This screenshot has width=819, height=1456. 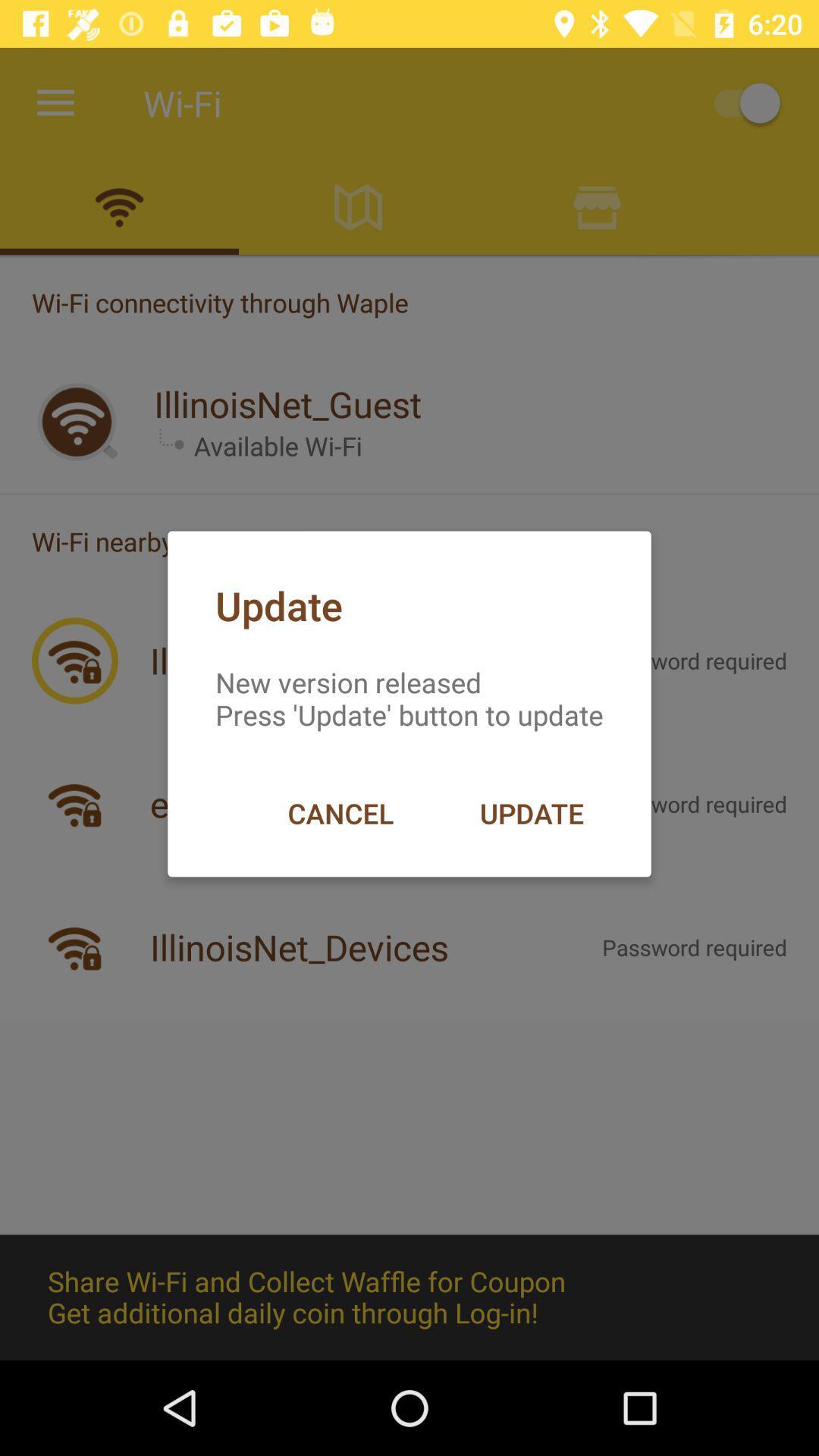 What do you see at coordinates (340, 812) in the screenshot?
I see `cancel` at bounding box center [340, 812].